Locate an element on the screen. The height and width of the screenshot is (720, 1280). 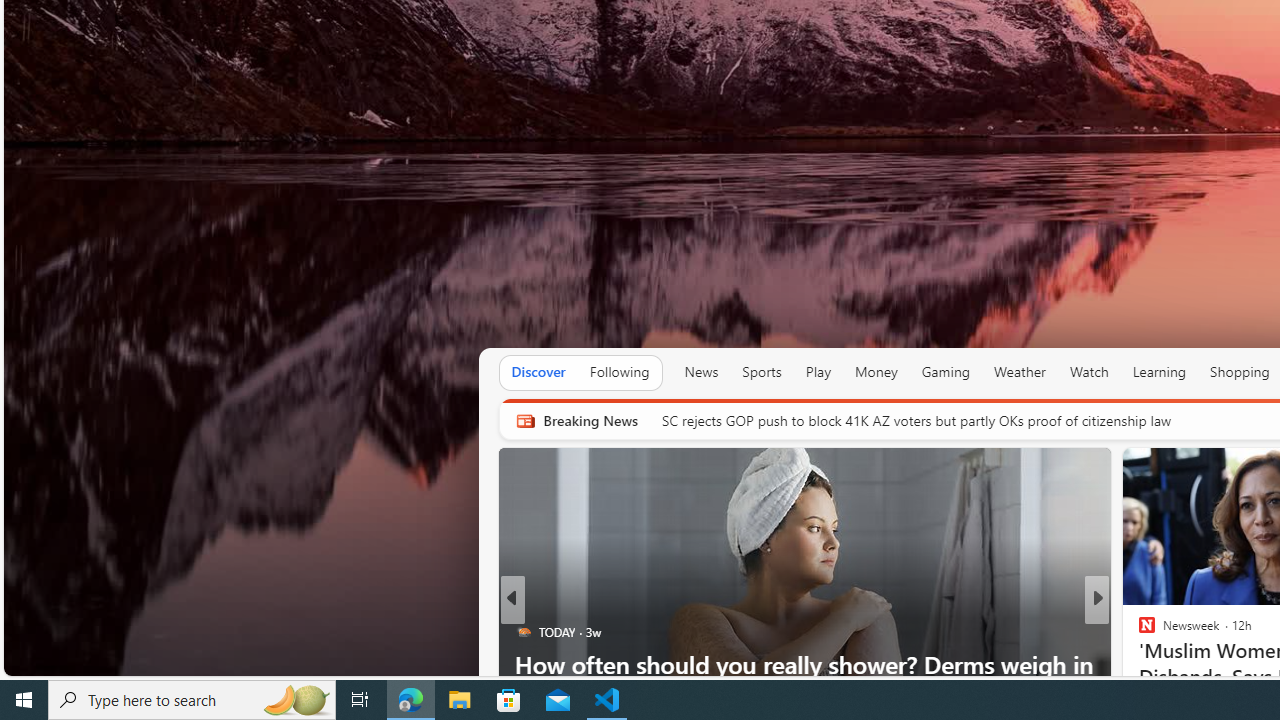
'Gaming' is located at coordinates (944, 371).